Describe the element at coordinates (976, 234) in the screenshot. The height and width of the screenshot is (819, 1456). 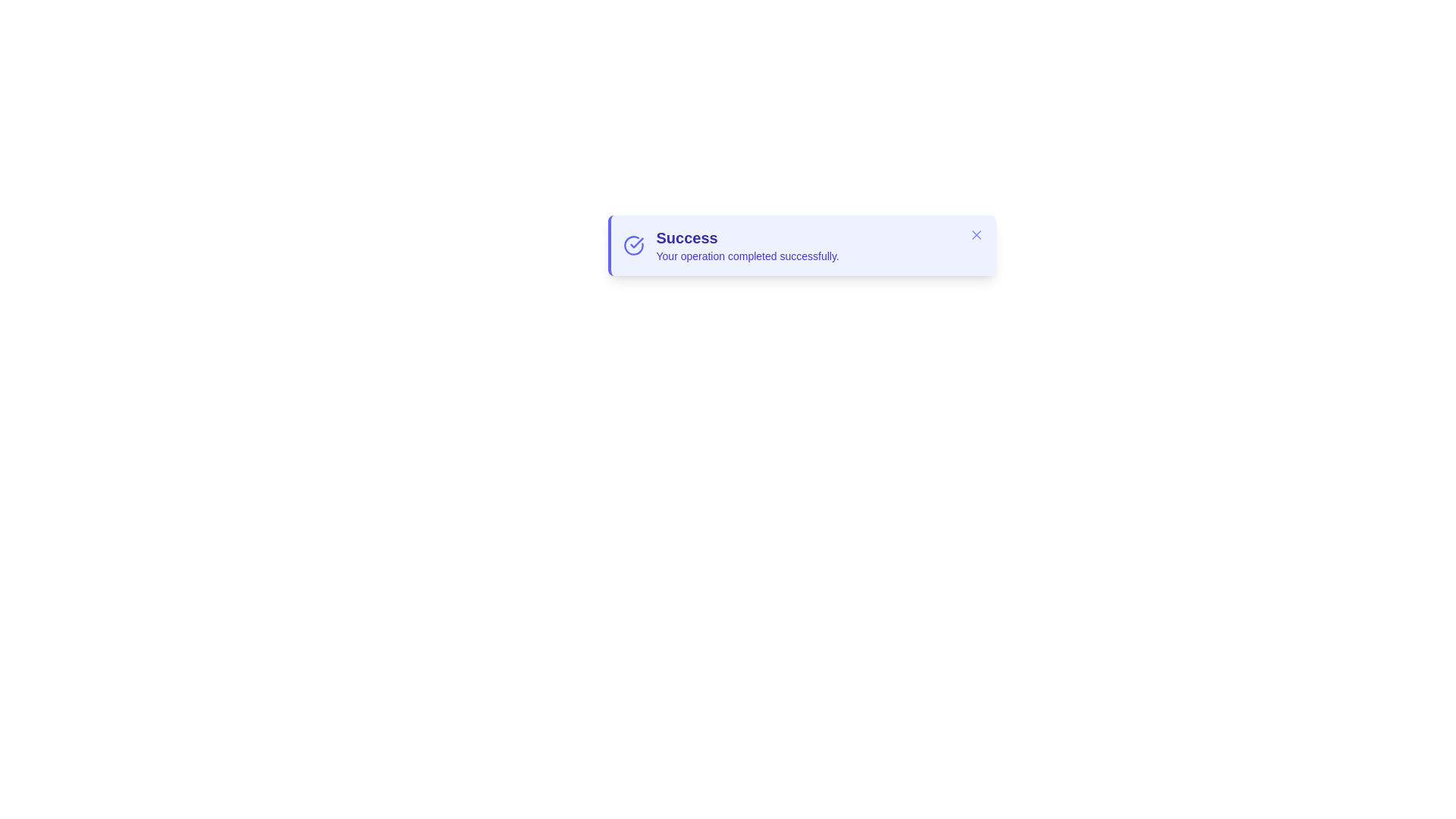
I see `the interactive 'X' icon in light indigo color located at the top right corner of the success notification card` at that location.